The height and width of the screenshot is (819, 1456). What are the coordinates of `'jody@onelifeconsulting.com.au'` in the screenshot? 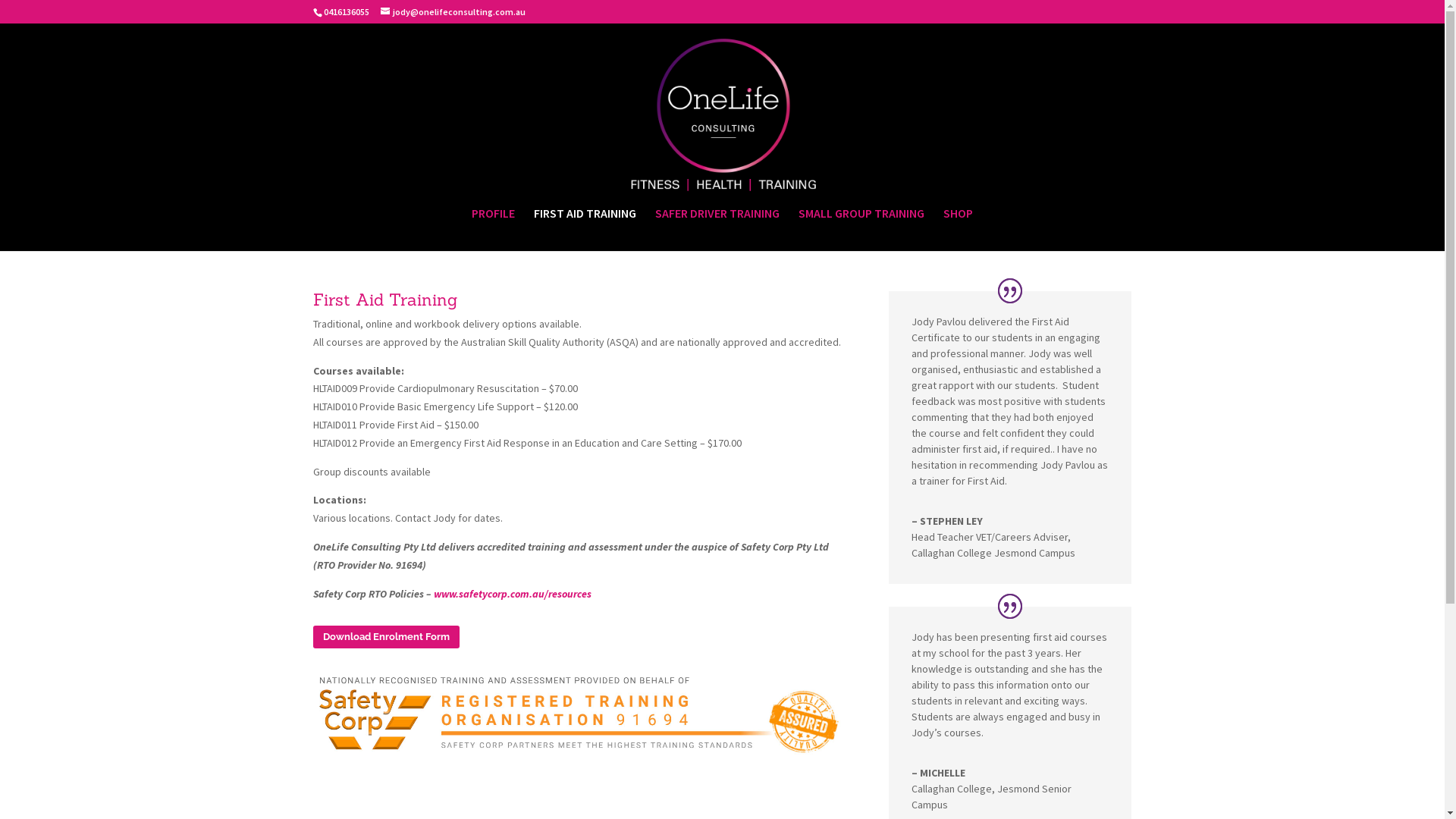 It's located at (381, 11).